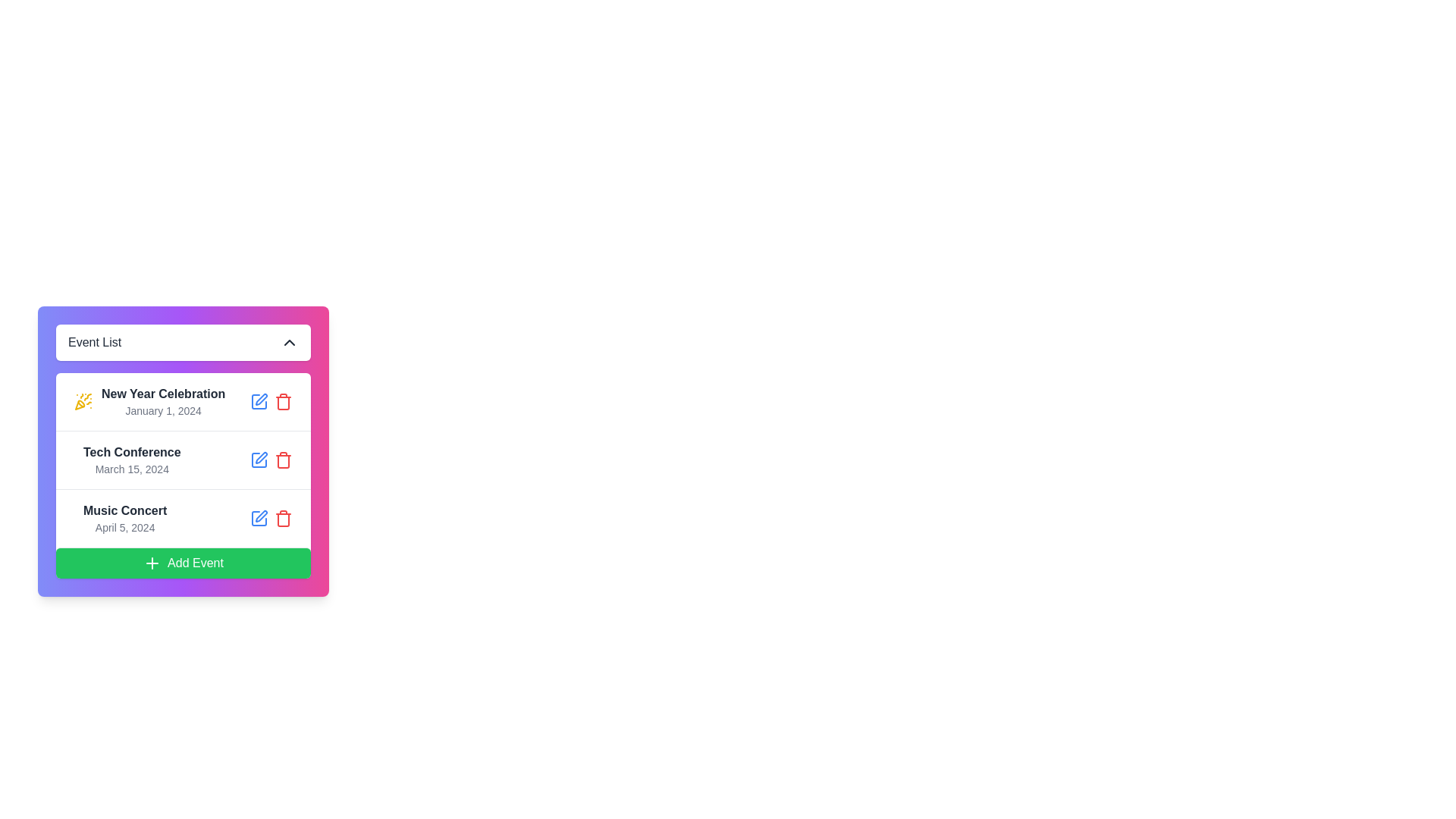 This screenshot has width=1456, height=819. I want to click on the text display that shows the title and date description of the event 'New Year Celebration', located immediately to the right of the yellow party-popper icon in the first row of the event list, so click(163, 400).